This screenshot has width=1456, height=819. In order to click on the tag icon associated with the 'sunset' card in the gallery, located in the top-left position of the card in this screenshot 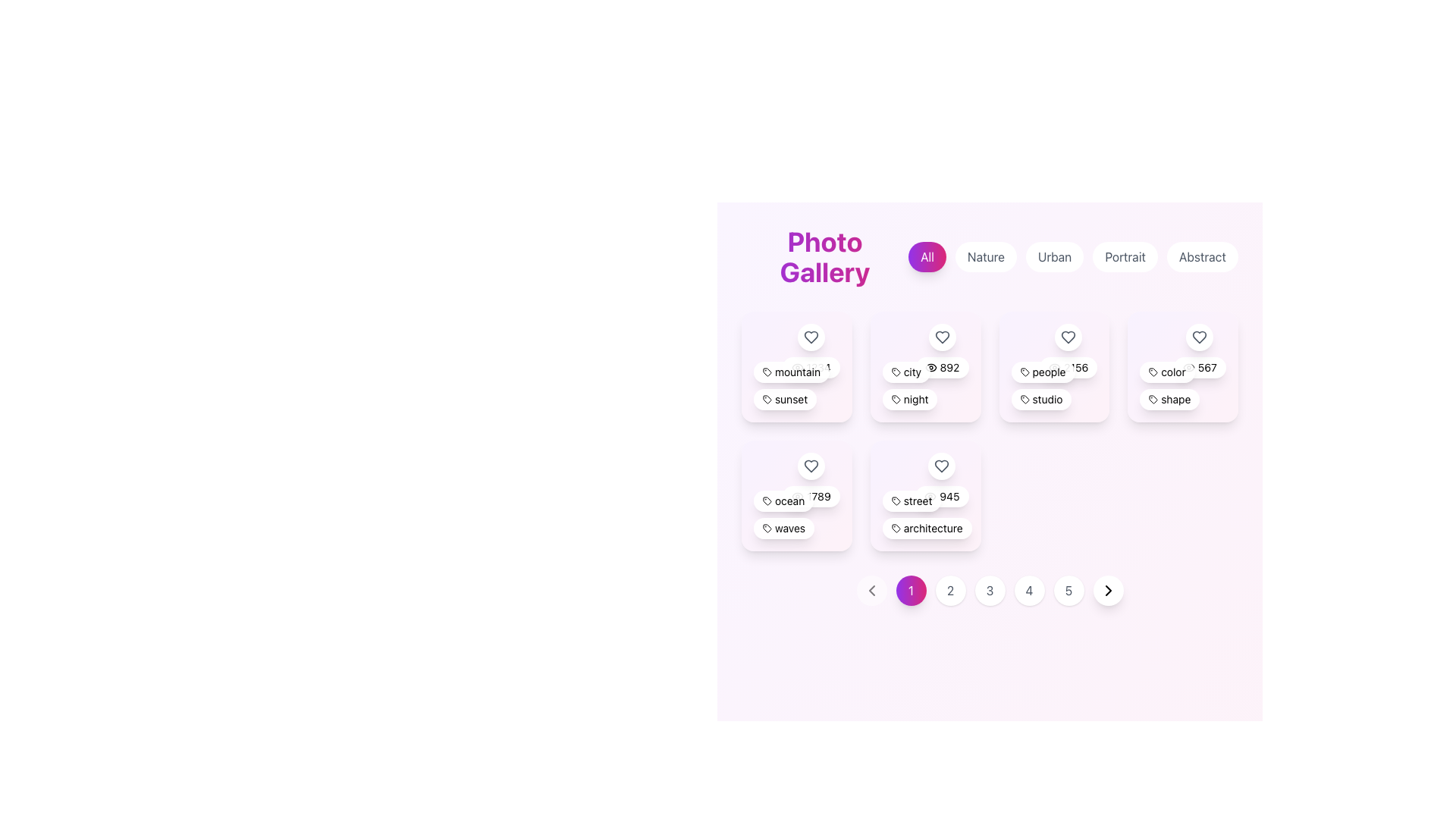, I will do `click(767, 398)`.